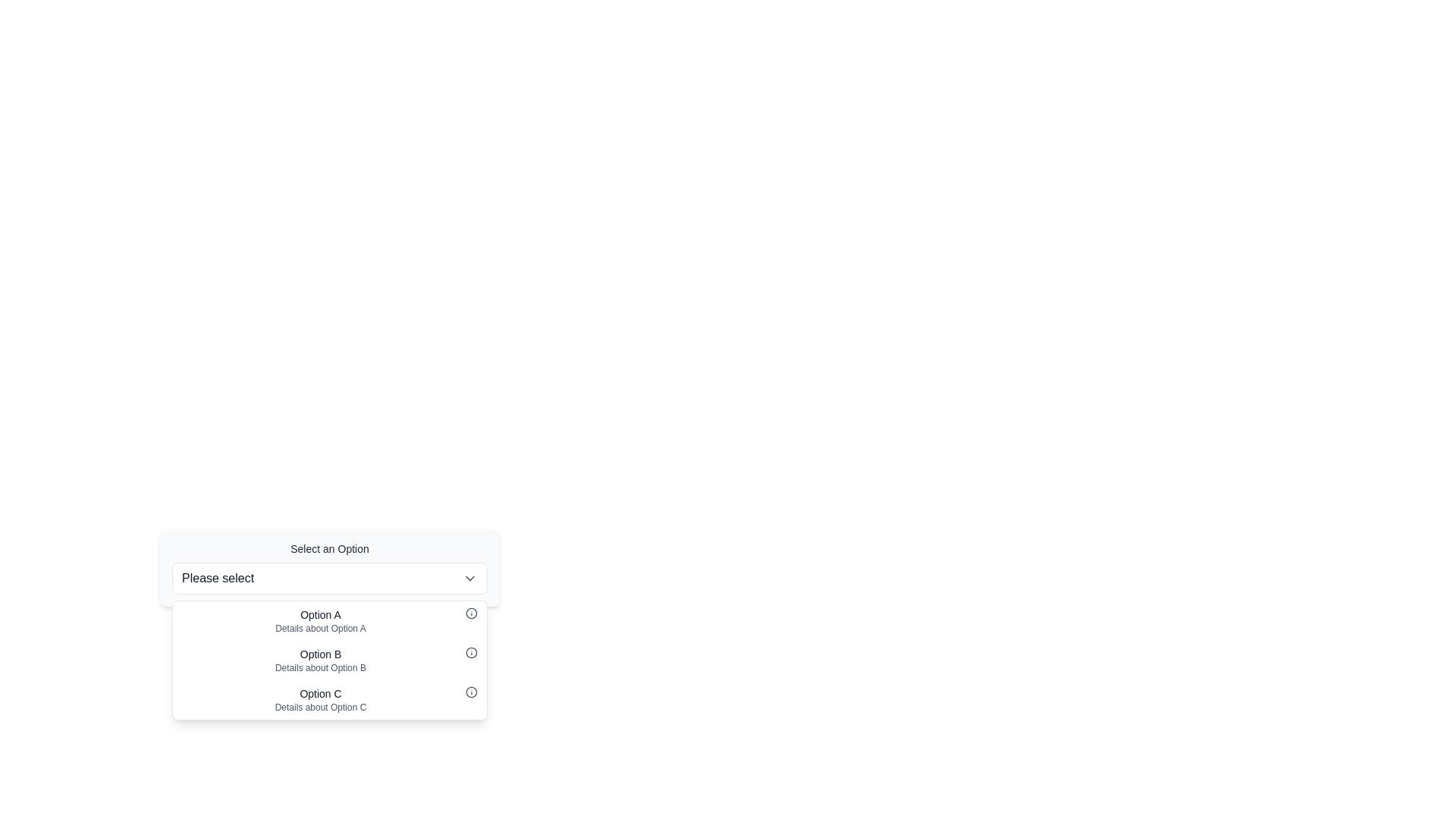  Describe the element at coordinates (471, 692) in the screenshot. I see `the information icon located to the far right of 'Option C' to interact and reveal additional details` at that location.